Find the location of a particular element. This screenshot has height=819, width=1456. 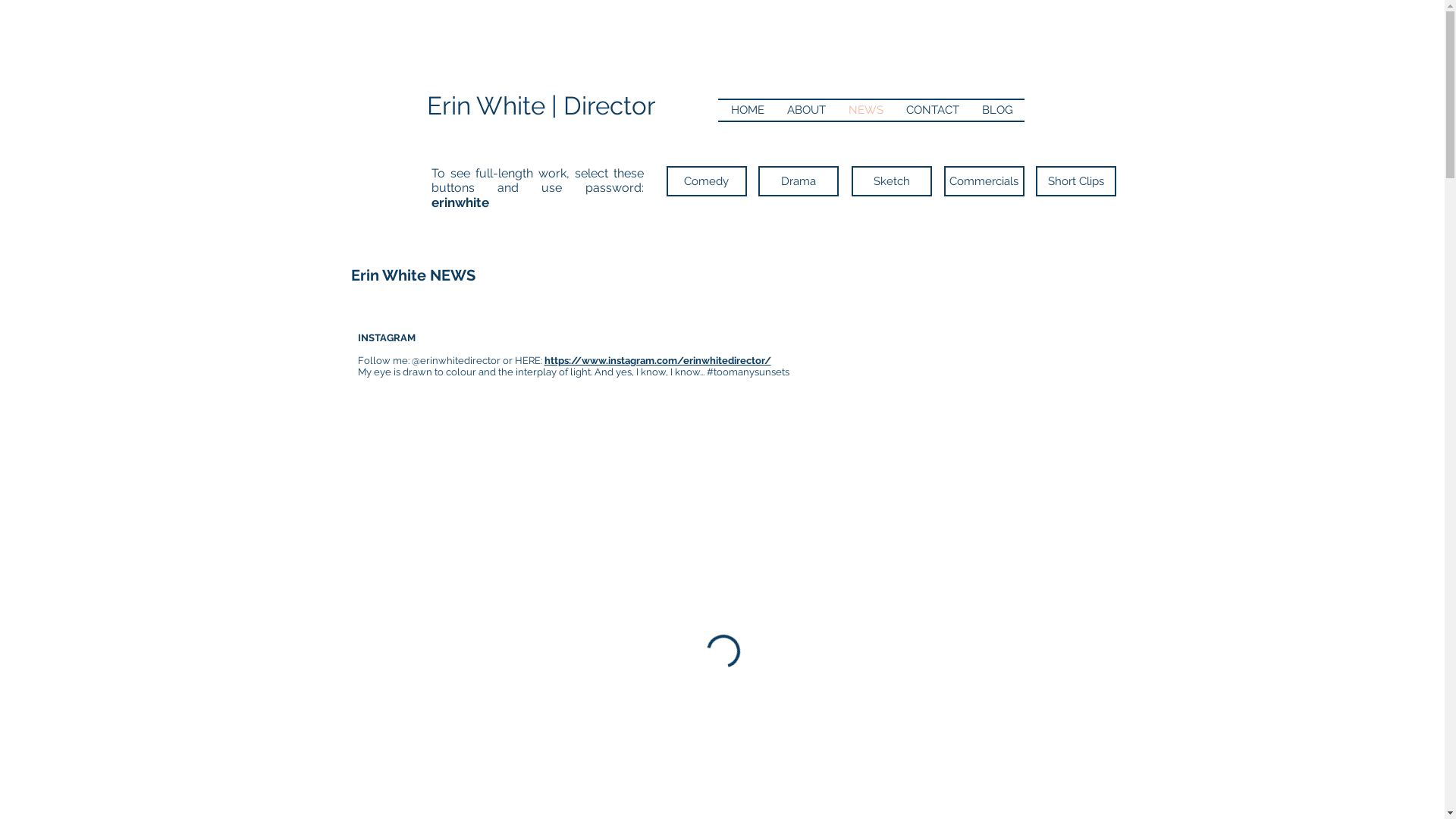

'HOME' is located at coordinates (746, 109).